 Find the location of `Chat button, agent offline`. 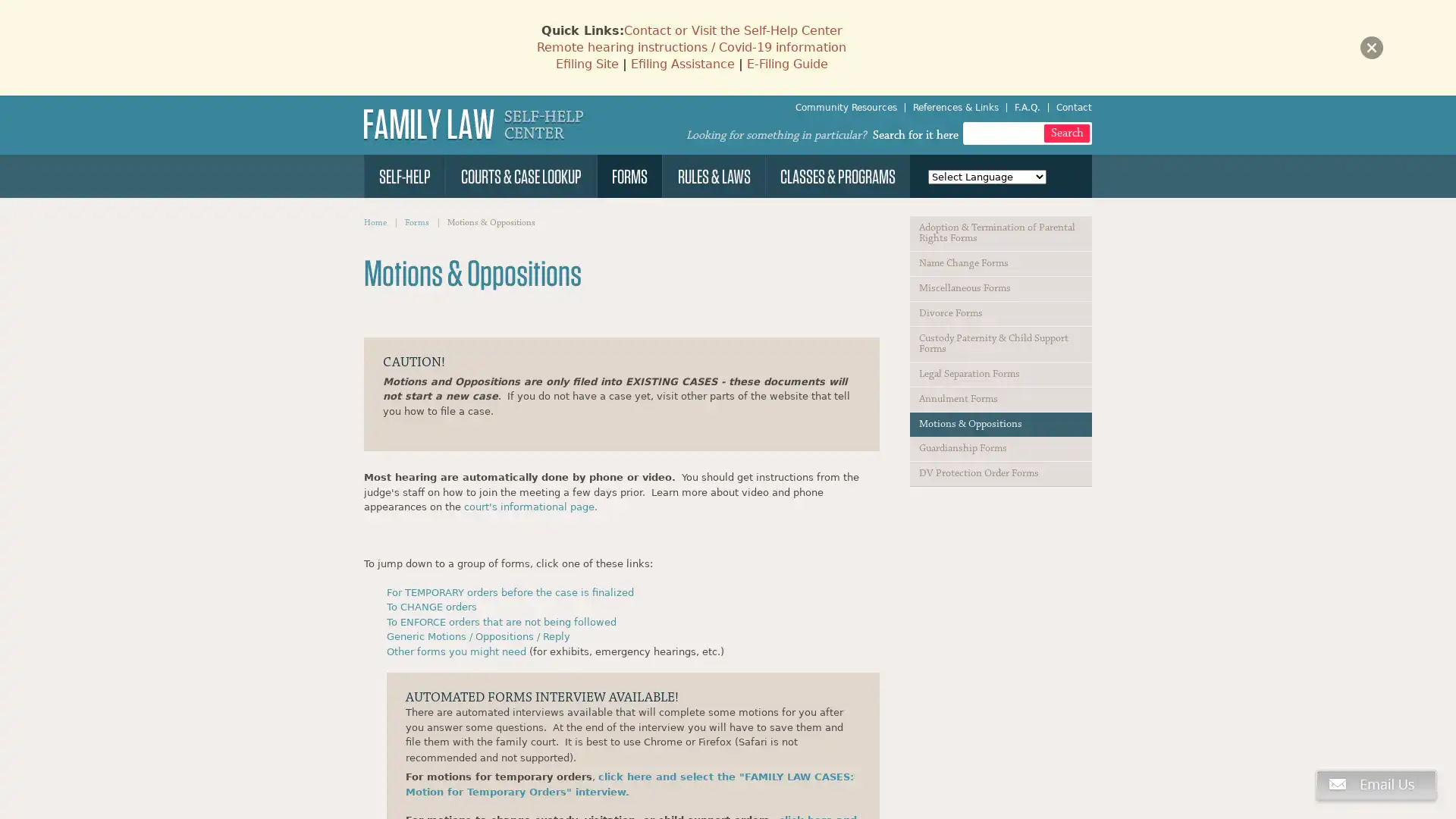

Chat button, agent offline is located at coordinates (1376, 810).